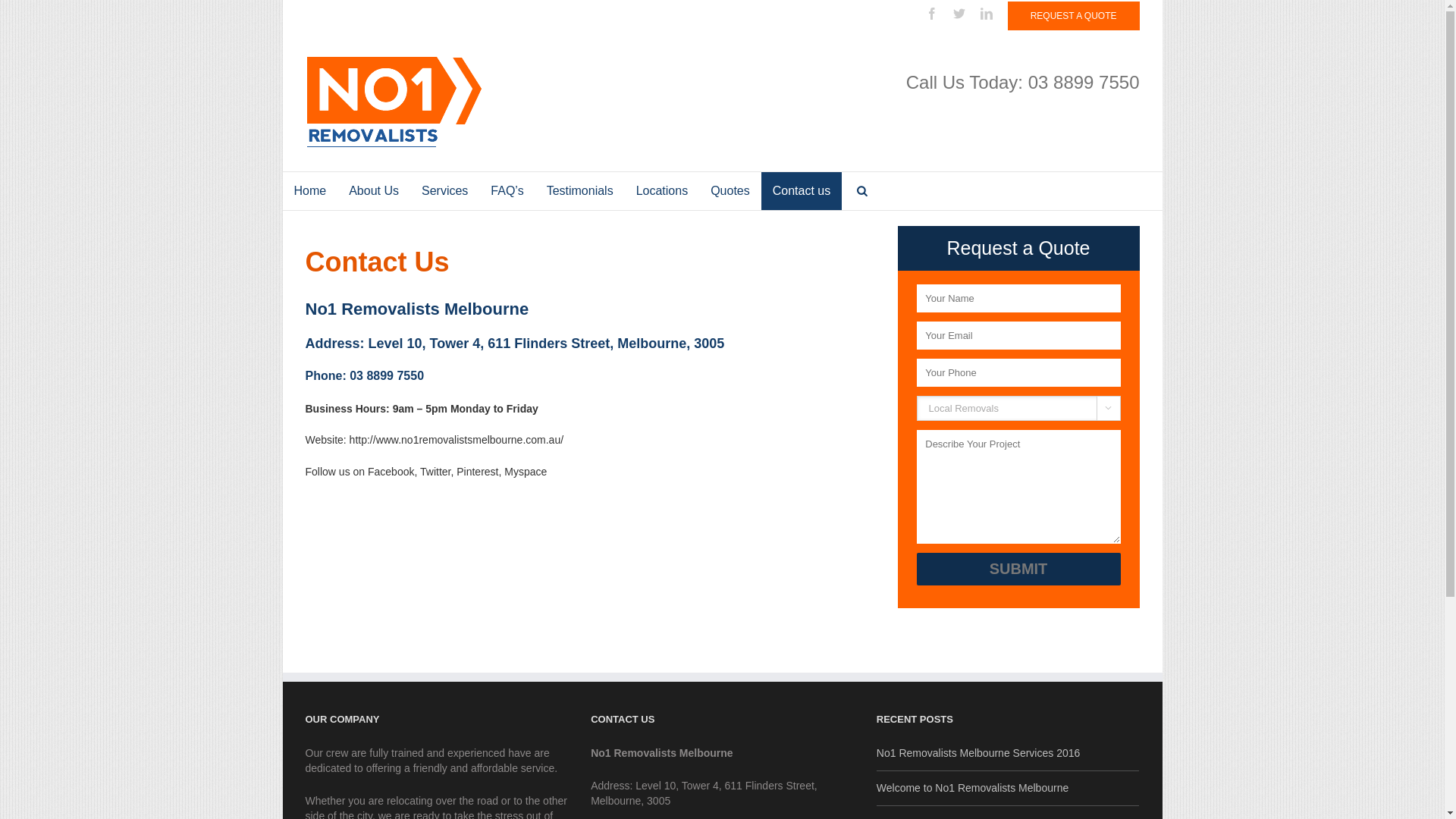  Describe the element at coordinates (525, 470) in the screenshot. I see `'Myspace'` at that location.